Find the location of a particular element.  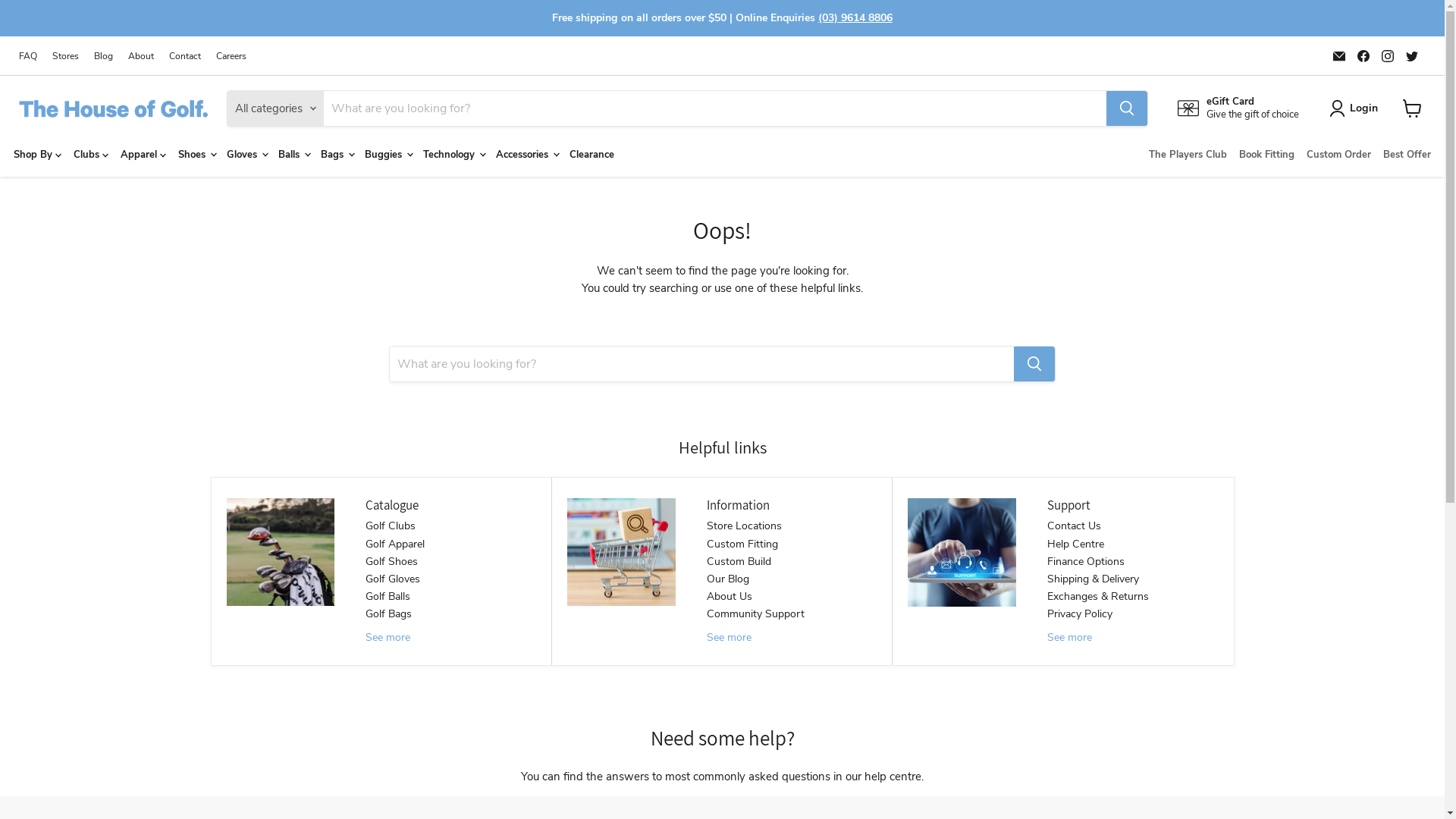

'Best Offer' is located at coordinates (1376, 155).